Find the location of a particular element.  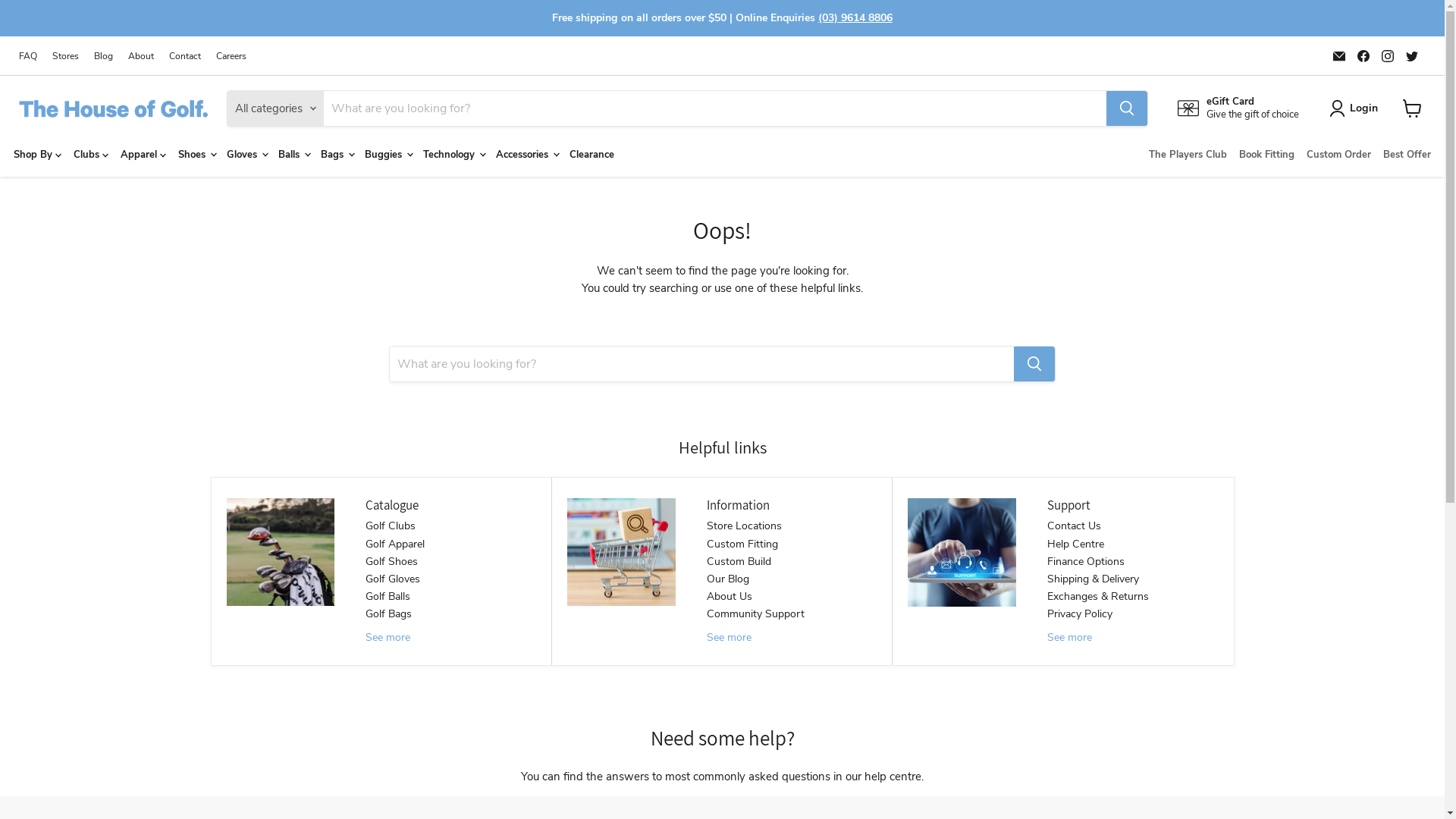

'Best Offer' is located at coordinates (1376, 155).